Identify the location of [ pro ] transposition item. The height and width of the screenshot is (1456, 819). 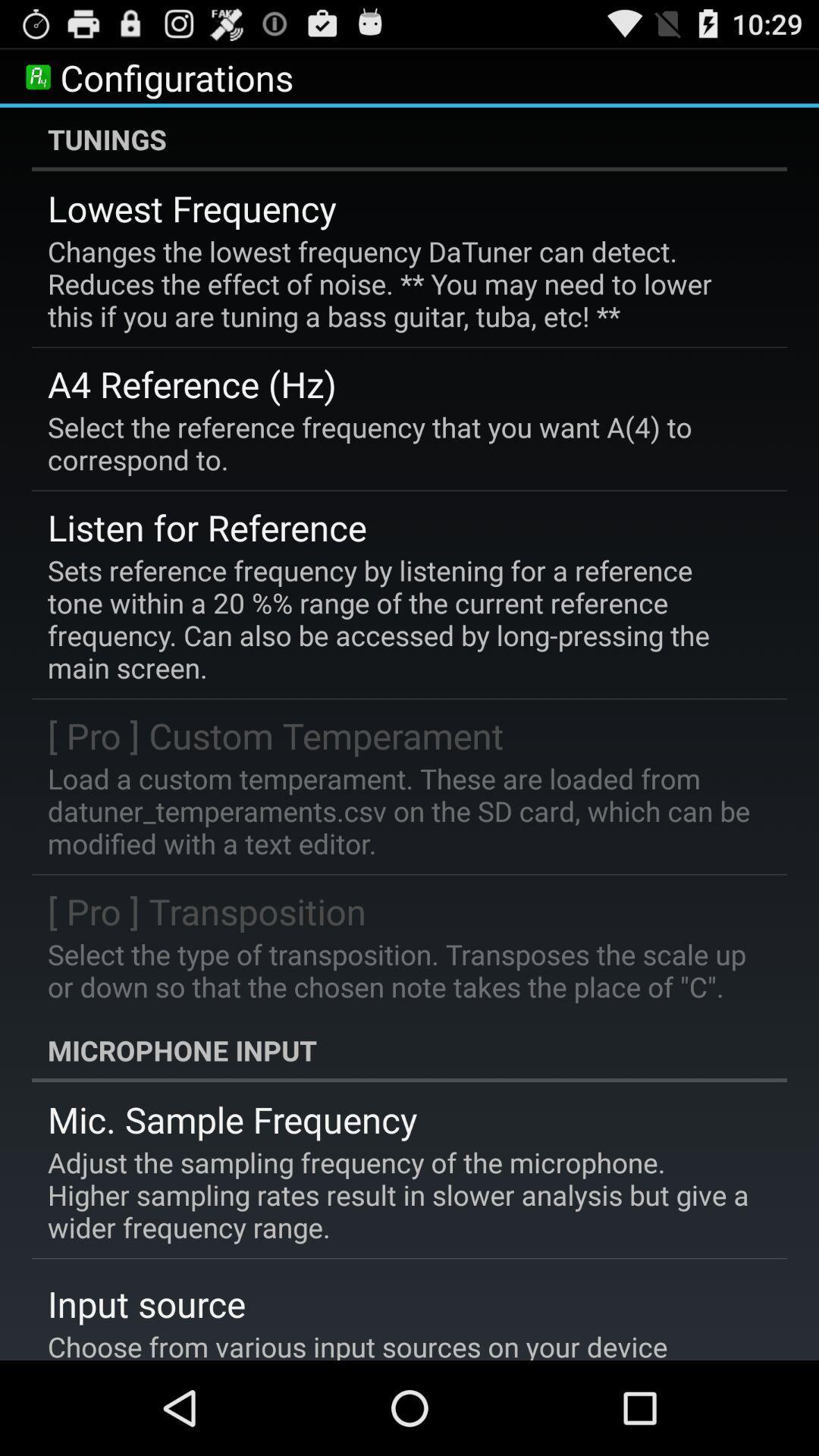
(207, 910).